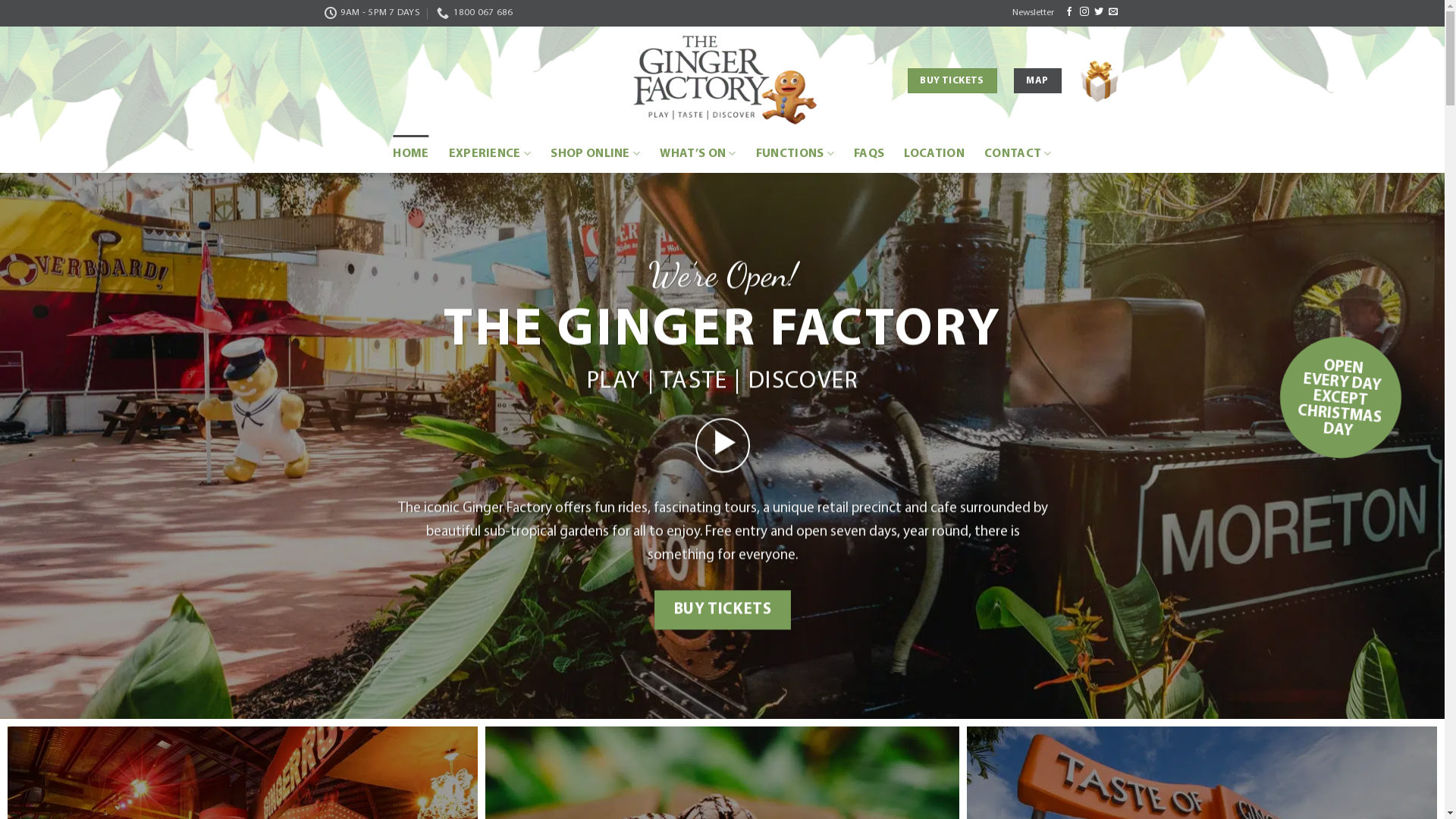 The width and height of the screenshot is (1456, 819). Describe the element at coordinates (473, 12) in the screenshot. I see `'1800 067 686'` at that location.